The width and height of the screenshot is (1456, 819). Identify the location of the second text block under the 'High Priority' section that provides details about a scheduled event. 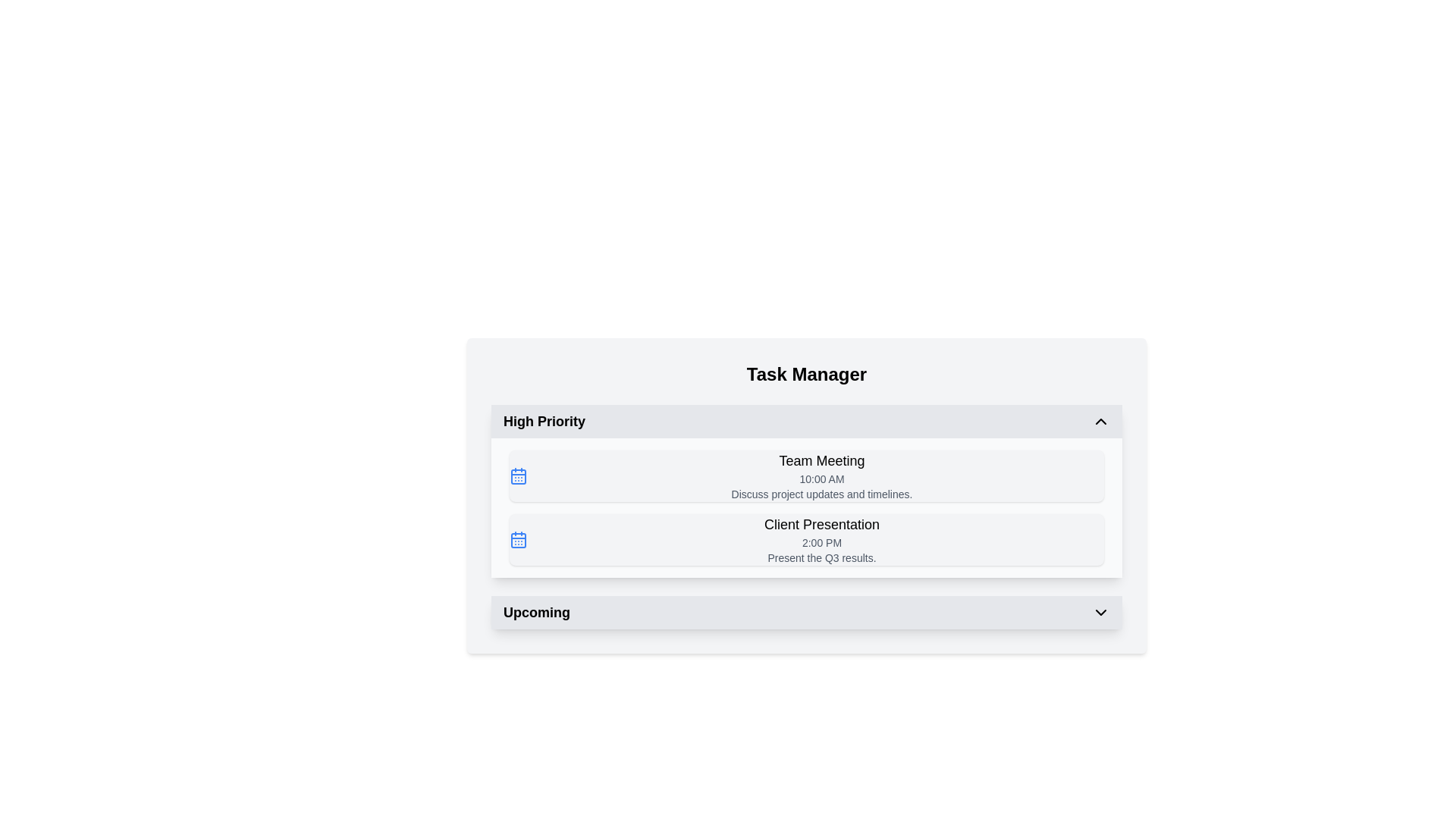
(821, 539).